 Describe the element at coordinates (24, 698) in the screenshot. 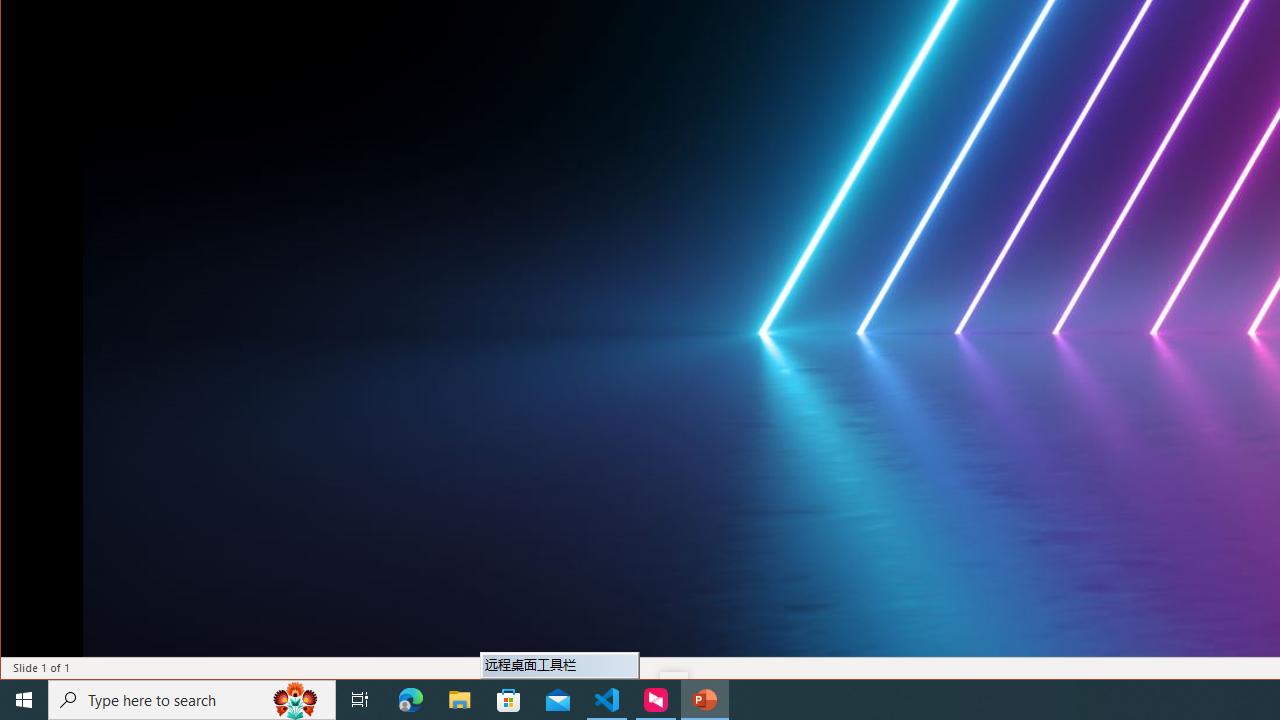

I see `'Start'` at that location.